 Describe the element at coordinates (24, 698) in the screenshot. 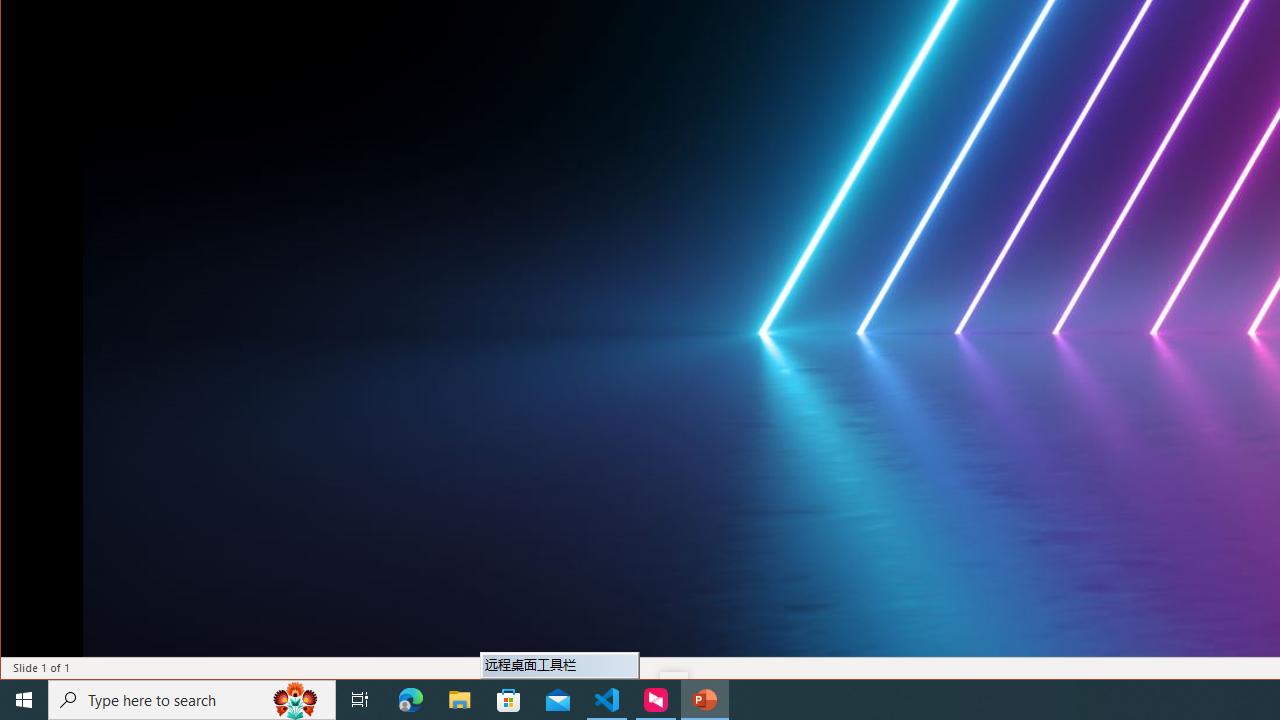

I see `'Start'` at that location.